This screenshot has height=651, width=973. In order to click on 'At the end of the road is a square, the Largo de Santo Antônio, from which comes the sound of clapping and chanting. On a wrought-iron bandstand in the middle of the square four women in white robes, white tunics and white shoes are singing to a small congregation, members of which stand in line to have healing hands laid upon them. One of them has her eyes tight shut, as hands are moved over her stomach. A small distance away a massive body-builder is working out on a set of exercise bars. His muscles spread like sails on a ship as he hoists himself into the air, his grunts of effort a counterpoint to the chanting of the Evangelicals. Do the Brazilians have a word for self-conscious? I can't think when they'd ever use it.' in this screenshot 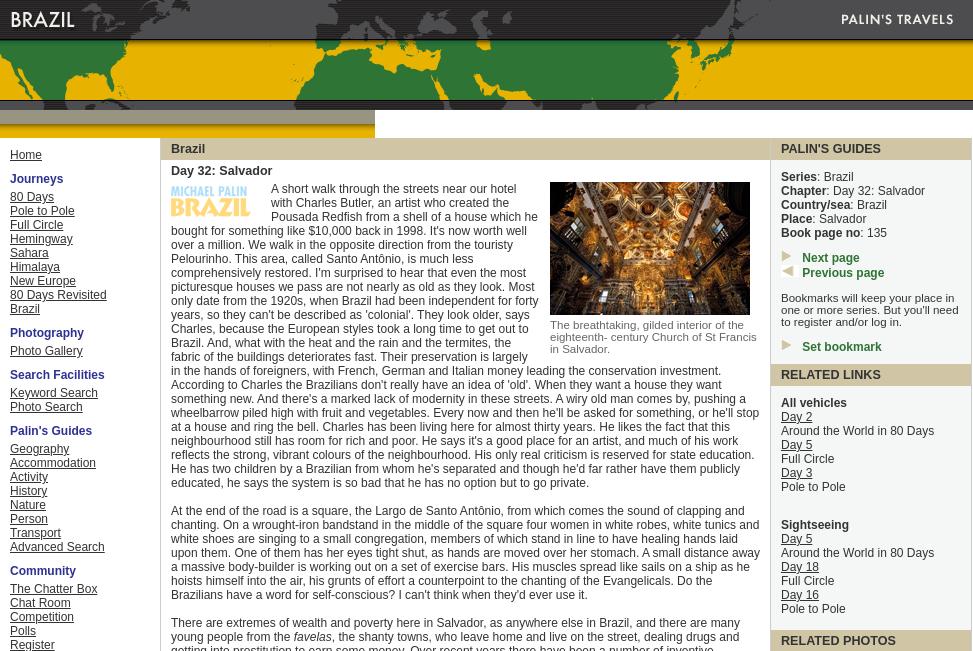, I will do `click(464, 553)`.